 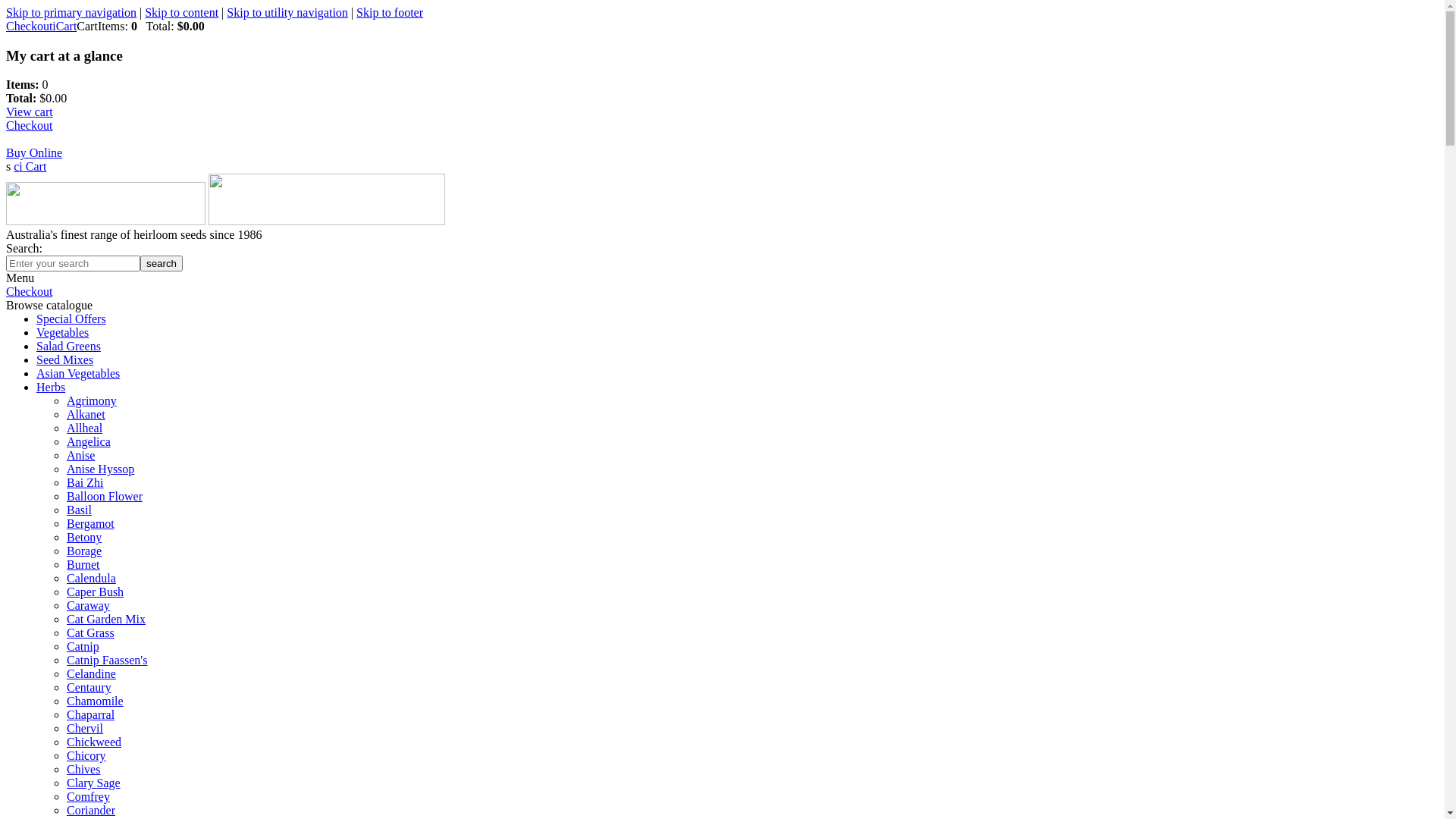 What do you see at coordinates (36, 373) in the screenshot?
I see `'Asian Vegetables'` at bounding box center [36, 373].